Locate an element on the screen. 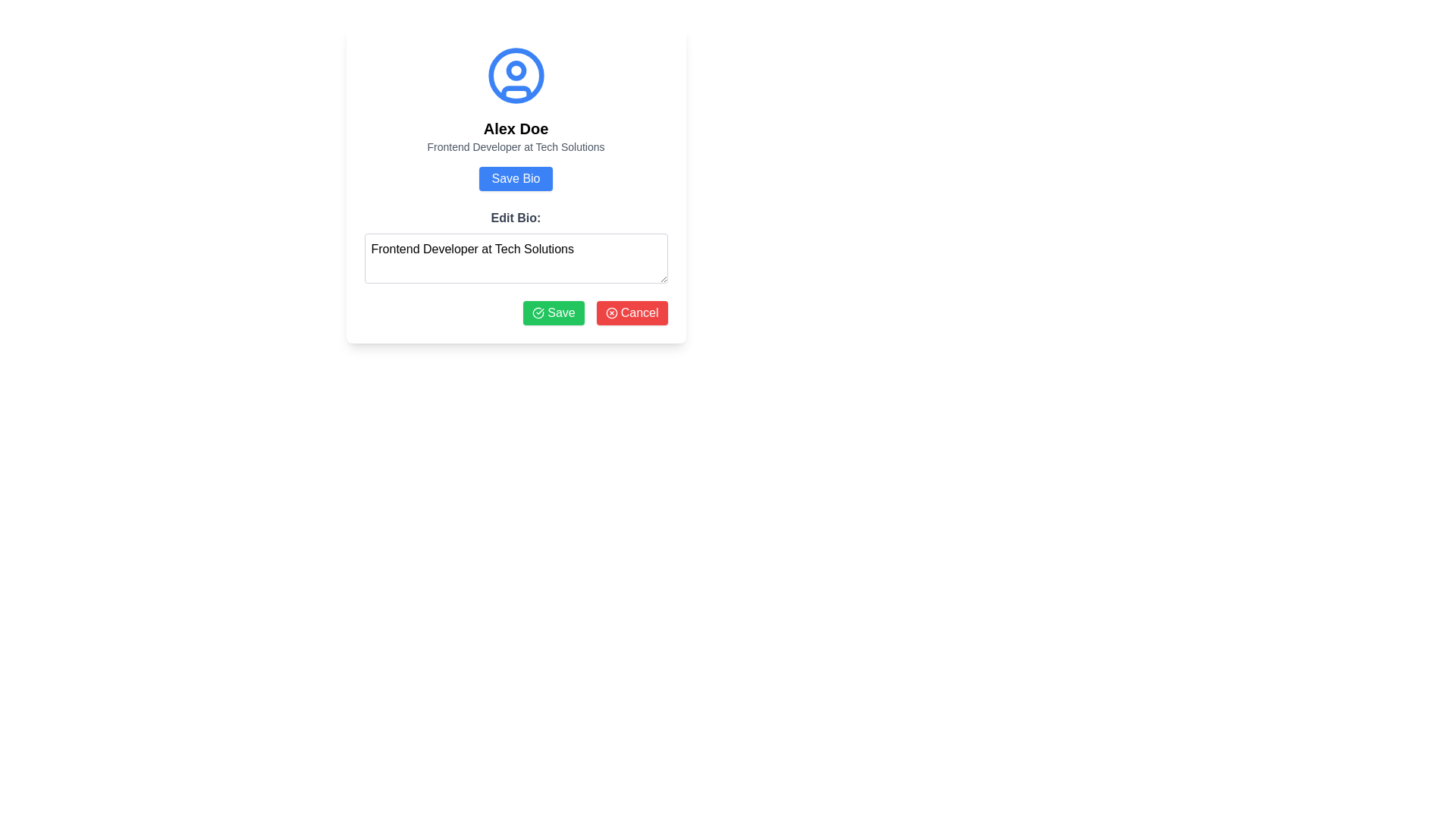  the save button located near the bottom of the form interface, which is left-aligned relative to the red 'Cancel' button is located at coordinates (553, 312).